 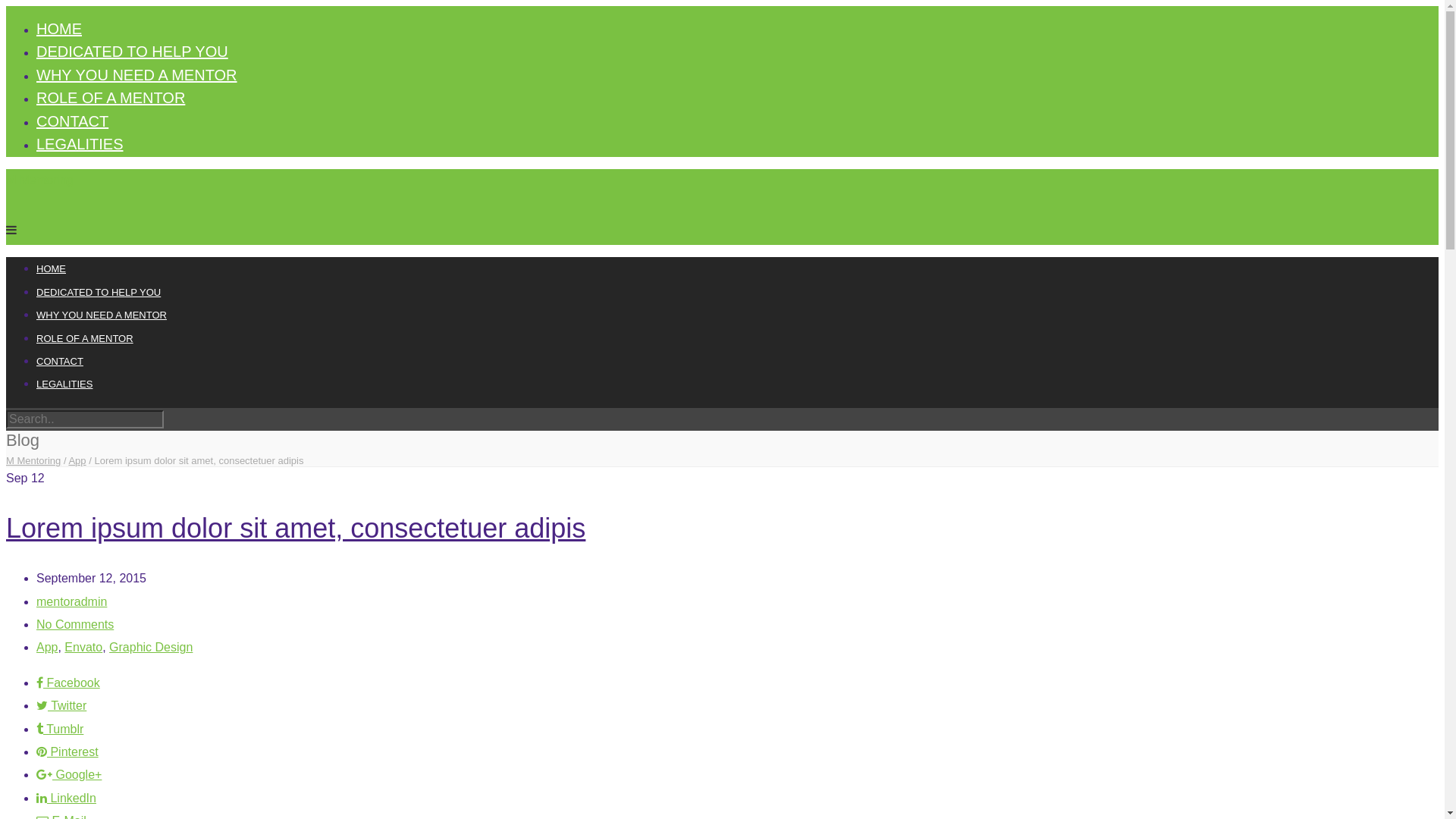 What do you see at coordinates (83, 337) in the screenshot?
I see `'ROLE OF A MENTOR'` at bounding box center [83, 337].